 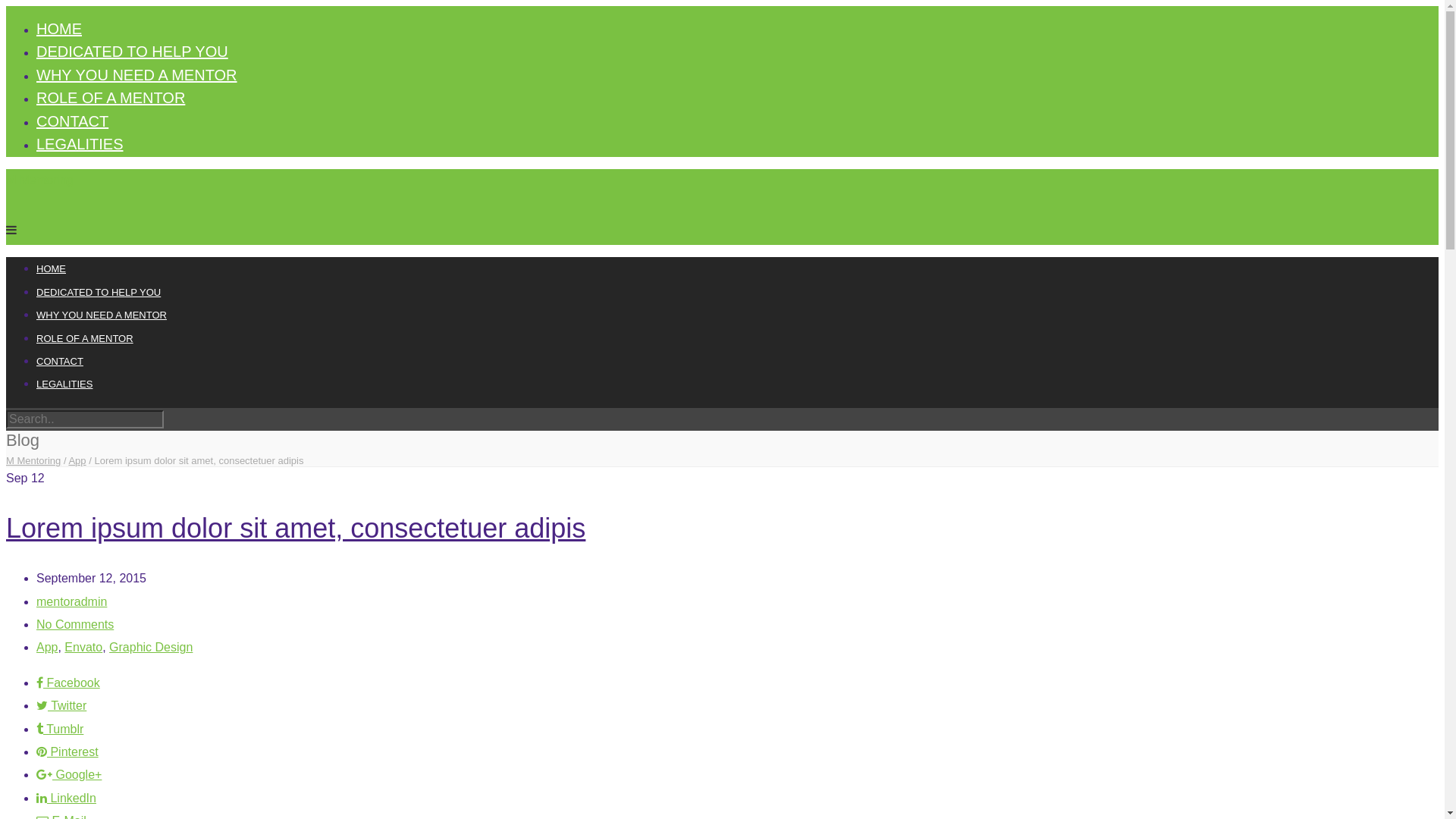 What do you see at coordinates (83, 337) in the screenshot?
I see `'ROLE OF A MENTOR'` at bounding box center [83, 337].